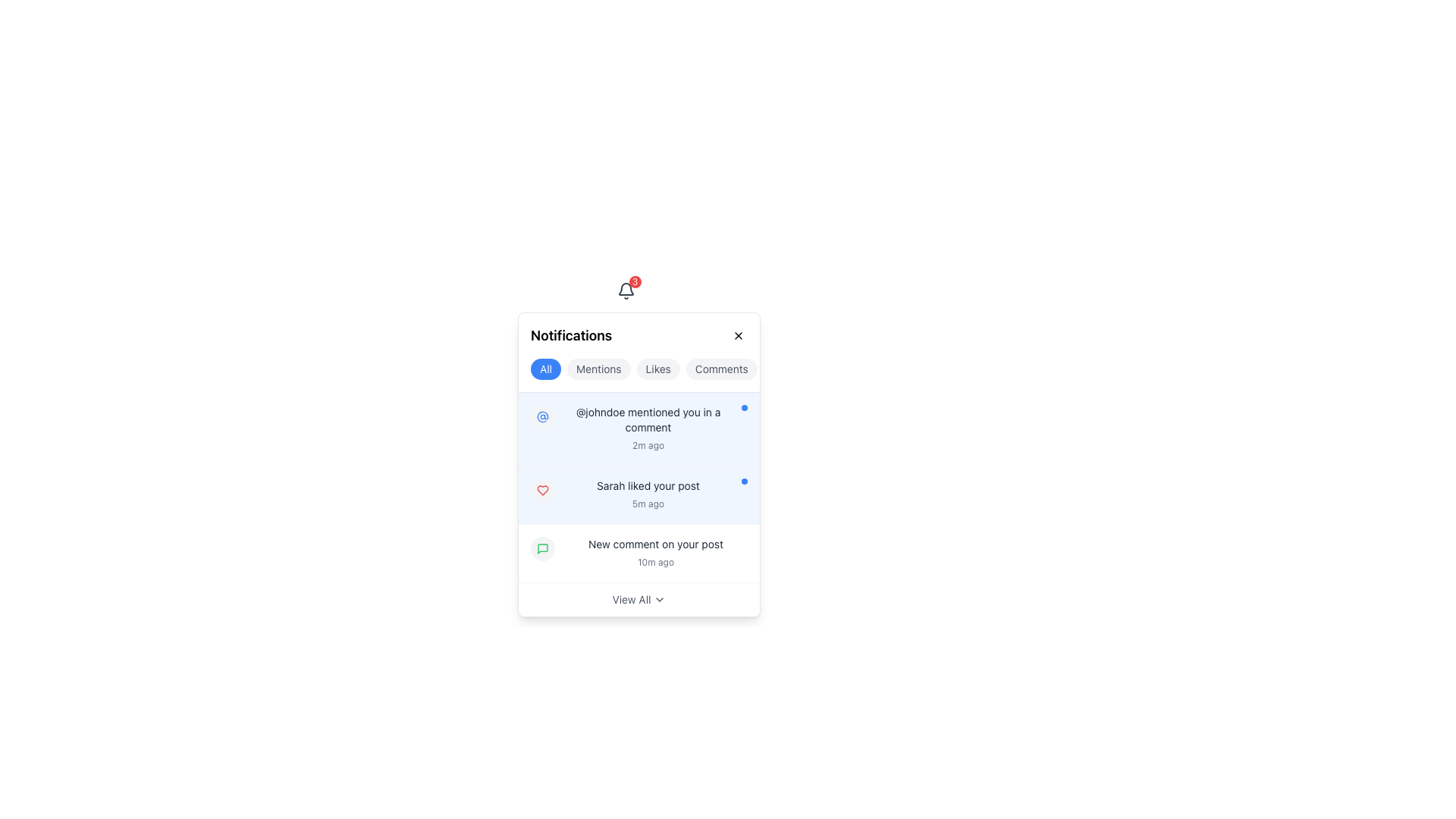 Image resolution: width=1456 pixels, height=819 pixels. Describe the element at coordinates (631, 598) in the screenshot. I see `the 'View All' button located at the bottom center of the notification panel using keyboard navigation` at that location.